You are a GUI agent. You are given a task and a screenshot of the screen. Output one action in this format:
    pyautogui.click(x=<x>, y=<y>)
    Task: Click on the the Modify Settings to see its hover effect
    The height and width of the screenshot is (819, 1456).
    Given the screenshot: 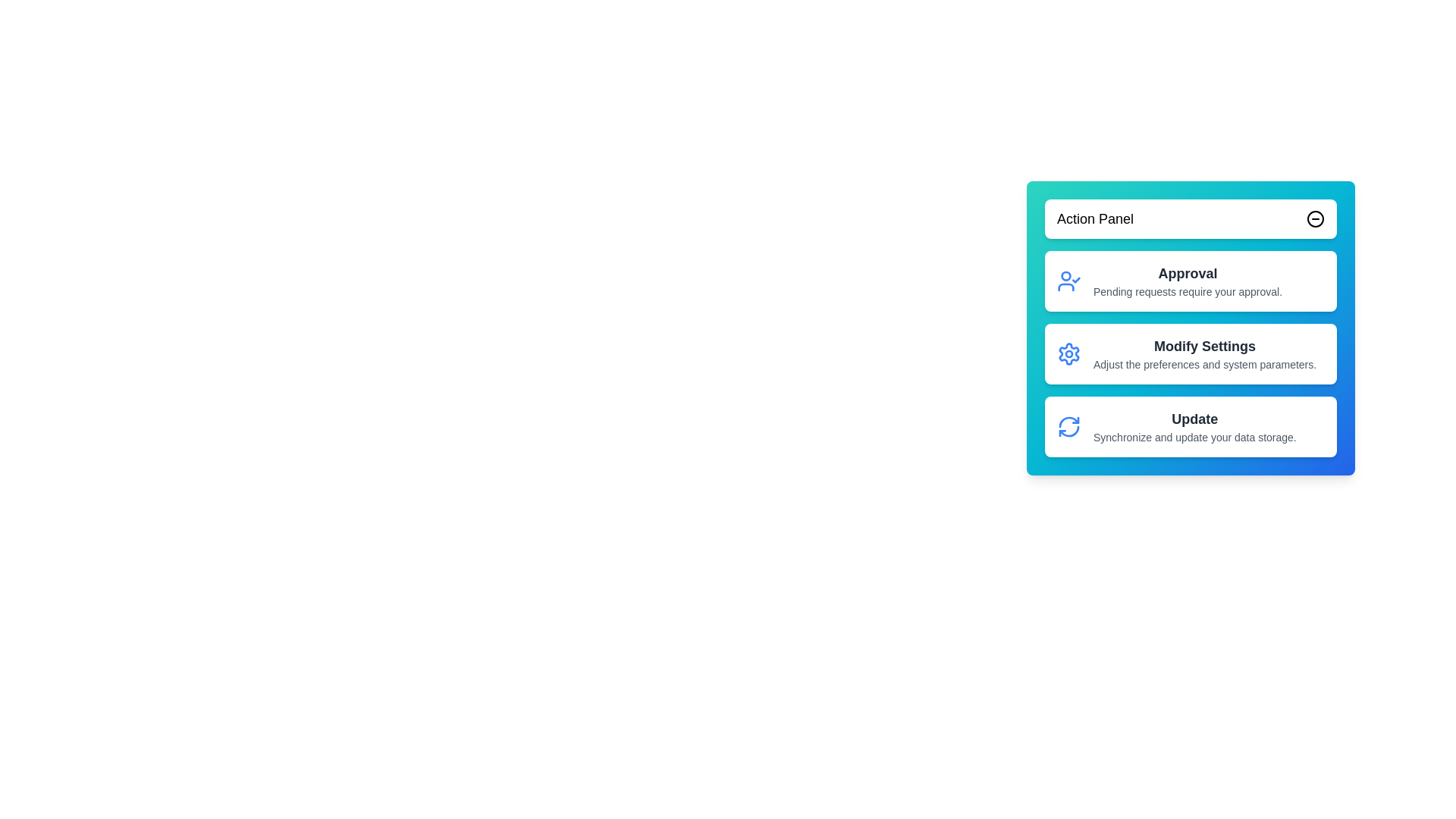 What is the action you would take?
    pyautogui.click(x=1190, y=353)
    